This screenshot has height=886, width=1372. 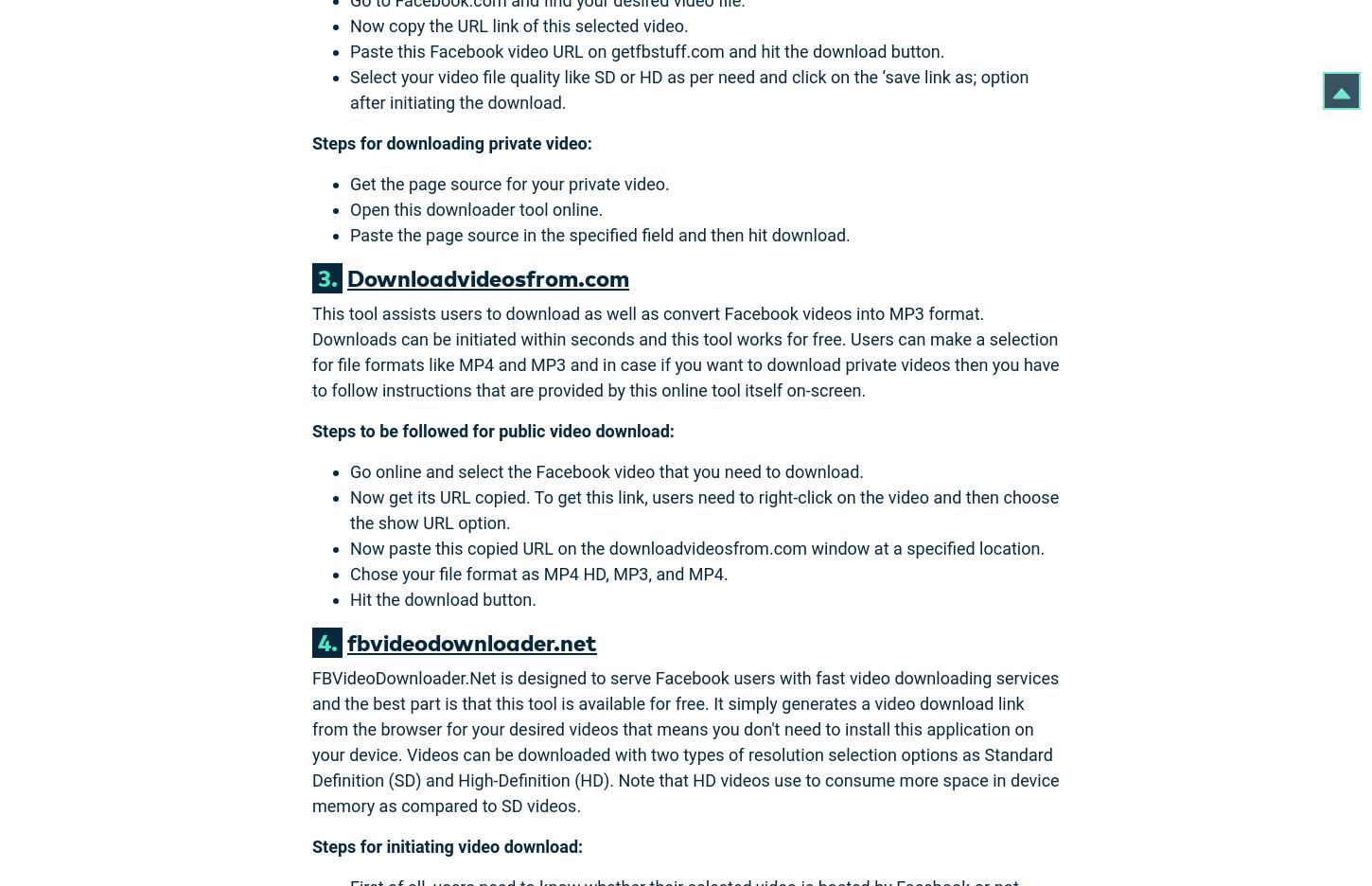 What do you see at coordinates (450, 142) in the screenshot?
I see `'Steps for downloading private video:'` at bounding box center [450, 142].